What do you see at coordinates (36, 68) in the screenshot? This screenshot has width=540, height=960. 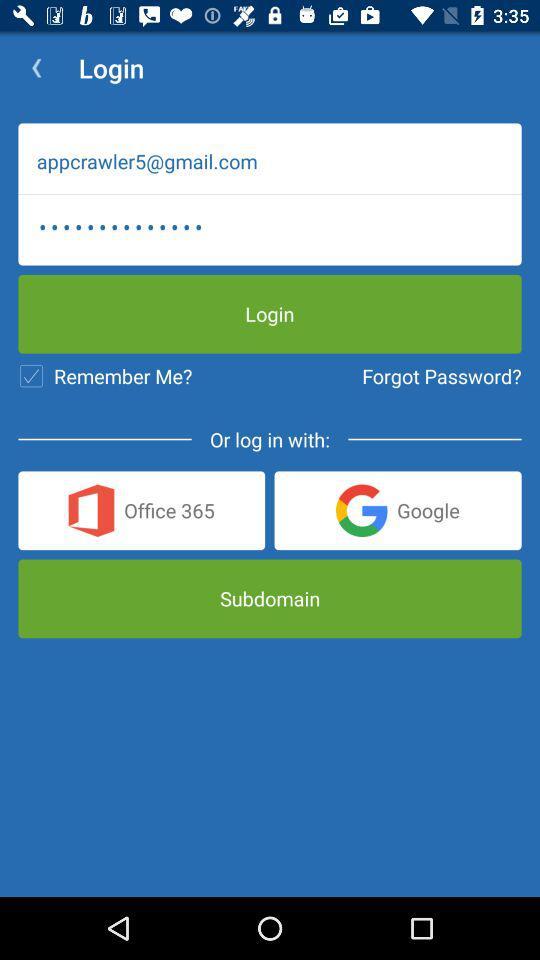 I see `icon to the left of the login` at bounding box center [36, 68].